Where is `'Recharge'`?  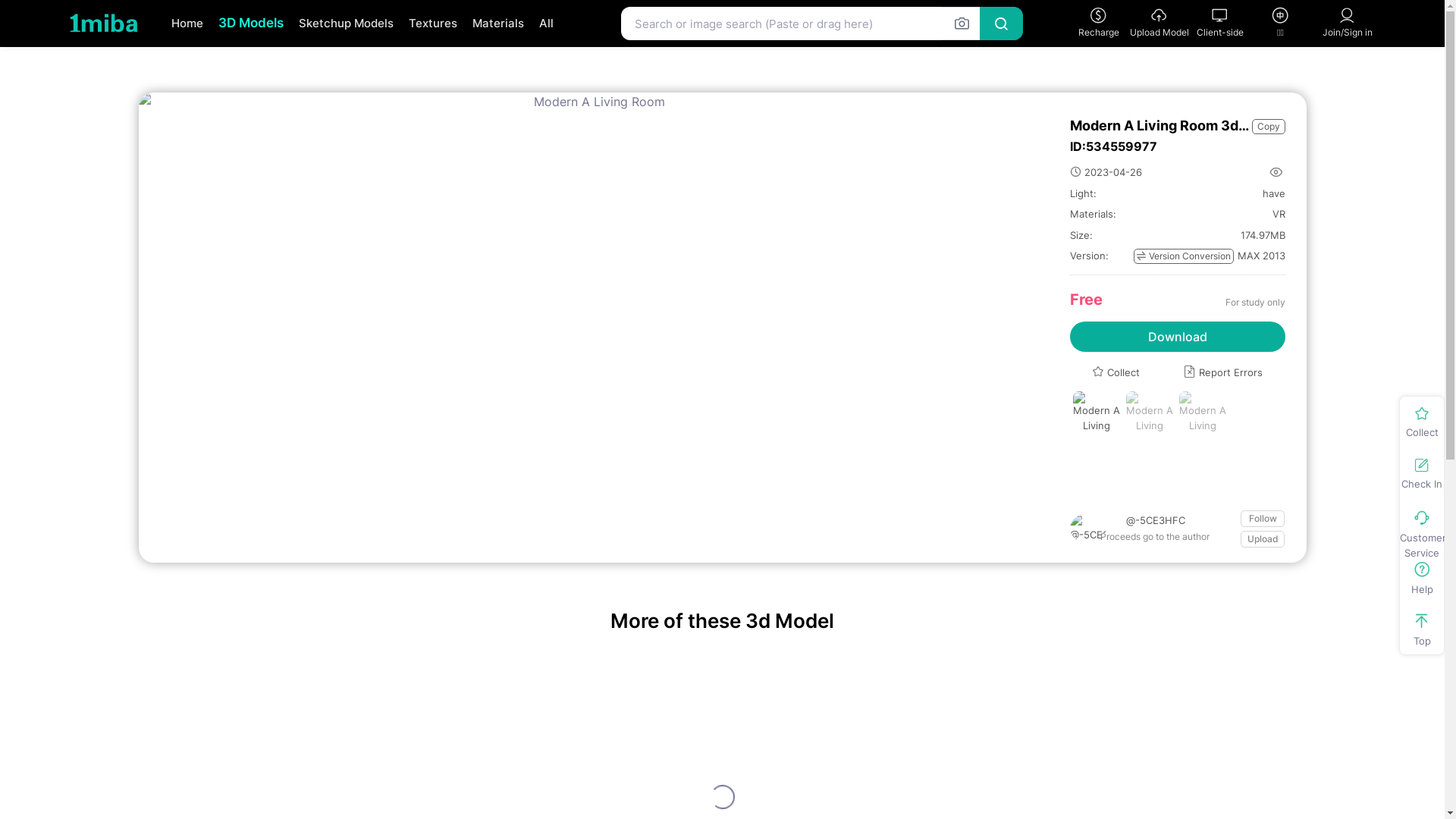
'Recharge' is located at coordinates (1098, 23).